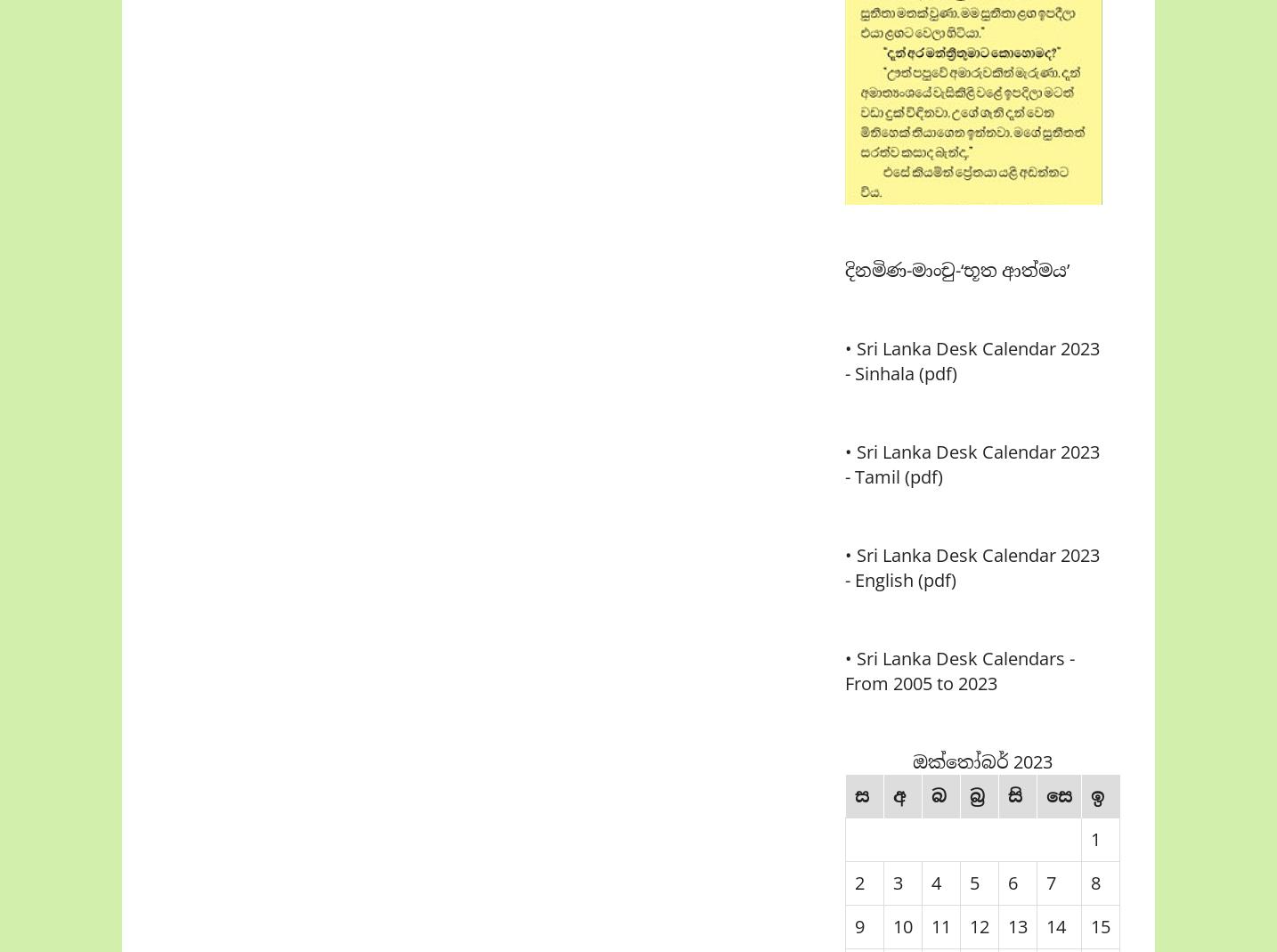 The image size is (1277, 952). What do you see at coordinates (959, 671) in the screenshot?
I see `'• Sri Lanka Desk Calendars - From 2005 to 2023'` at bounding box center [959, 671].